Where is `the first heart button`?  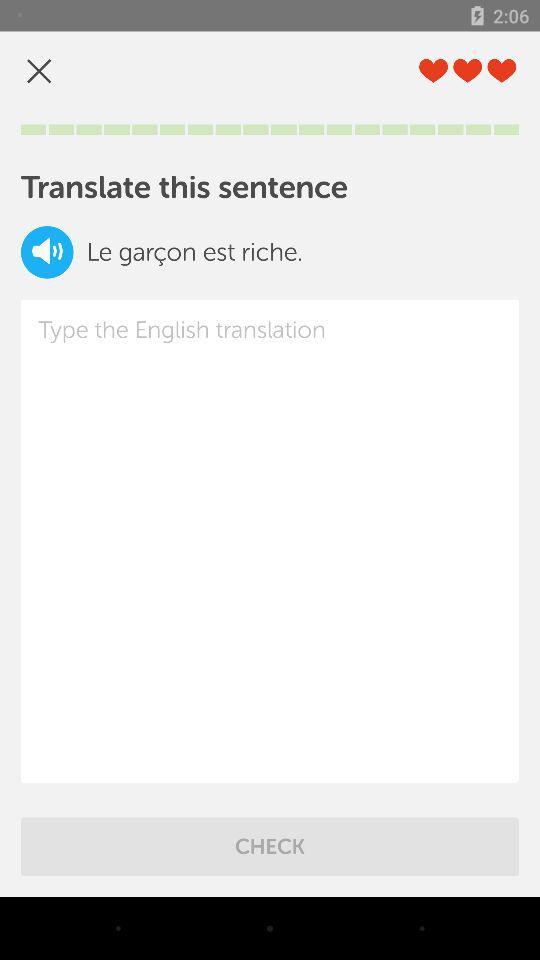
the first heart button is located at coordinates (432, 71).